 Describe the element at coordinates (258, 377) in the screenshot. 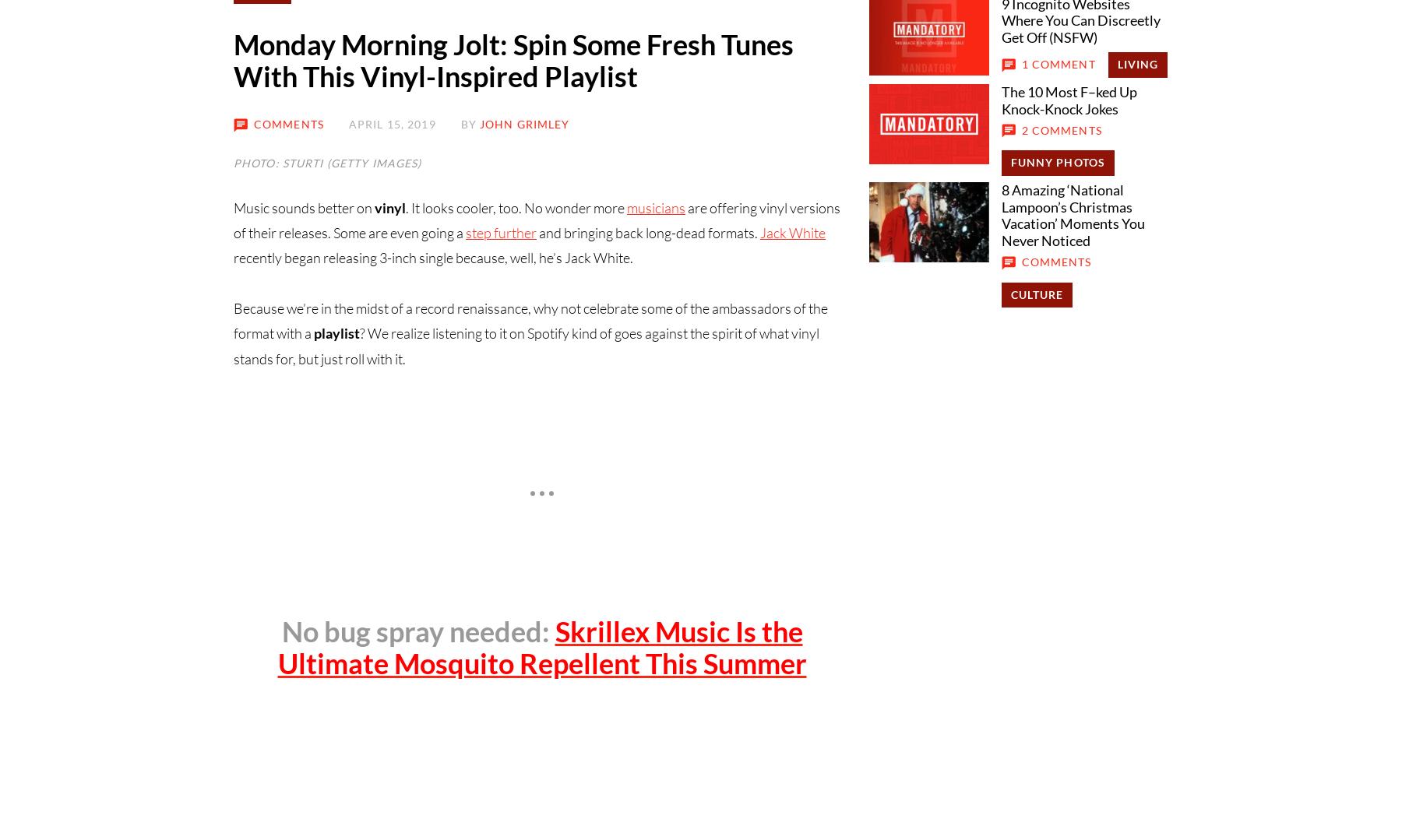

I see `'About Us'` at that location.